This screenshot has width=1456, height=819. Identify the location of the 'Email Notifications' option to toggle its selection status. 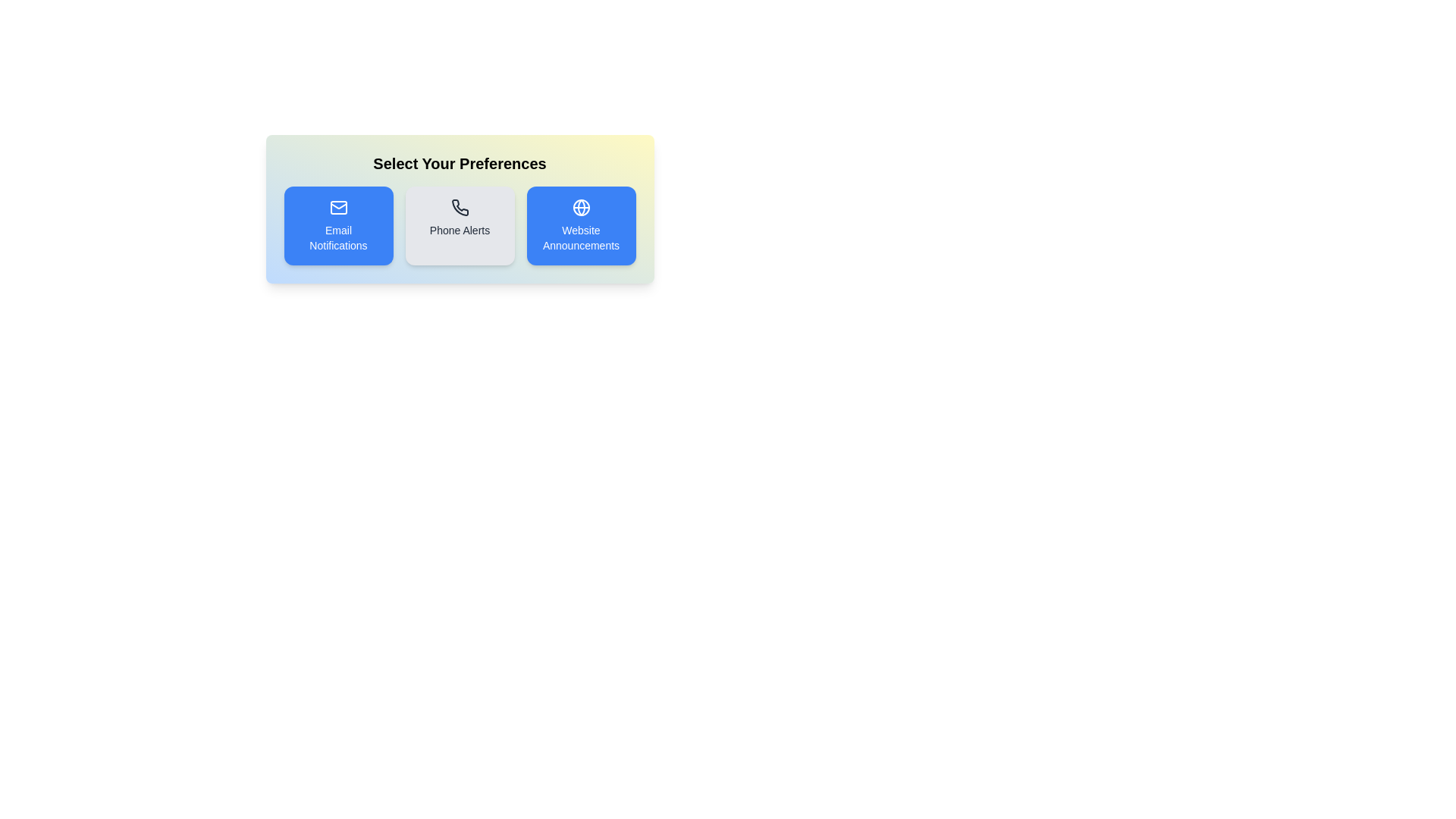
(337, 225).